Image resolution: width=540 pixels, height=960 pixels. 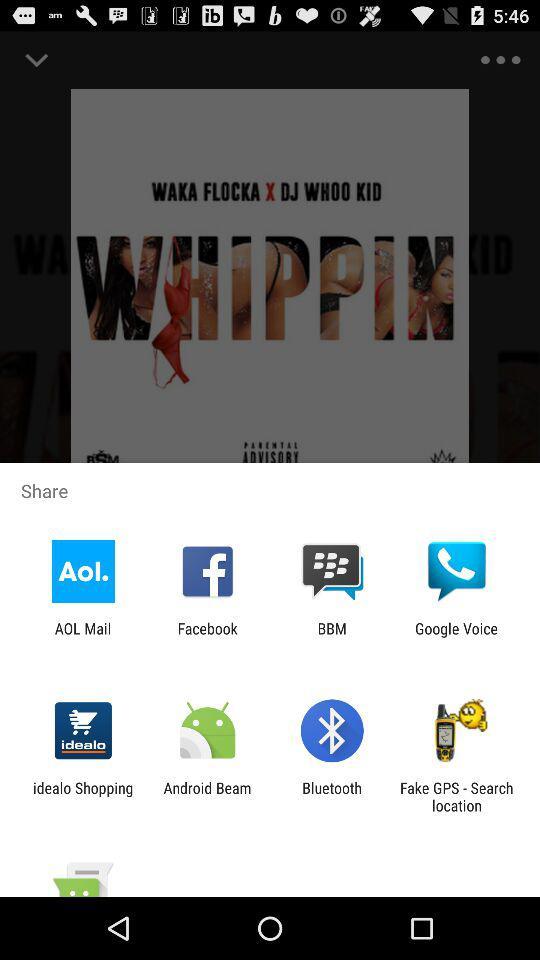 I want to click on the aol mail, so click(x=82, y=636).